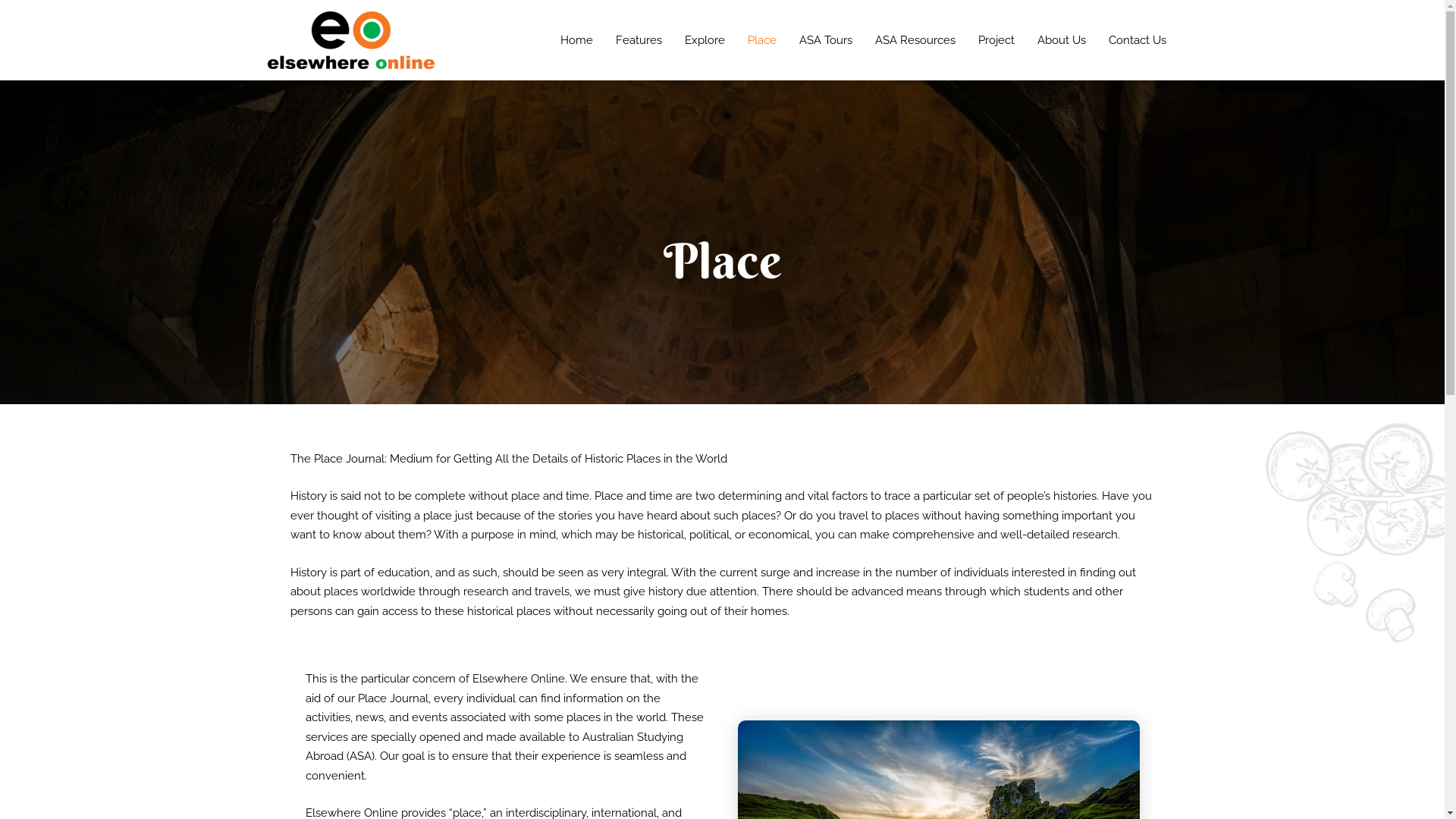 This screenshot has height=819, width=1456. I want to click on 'Explore', so click(704, 39).